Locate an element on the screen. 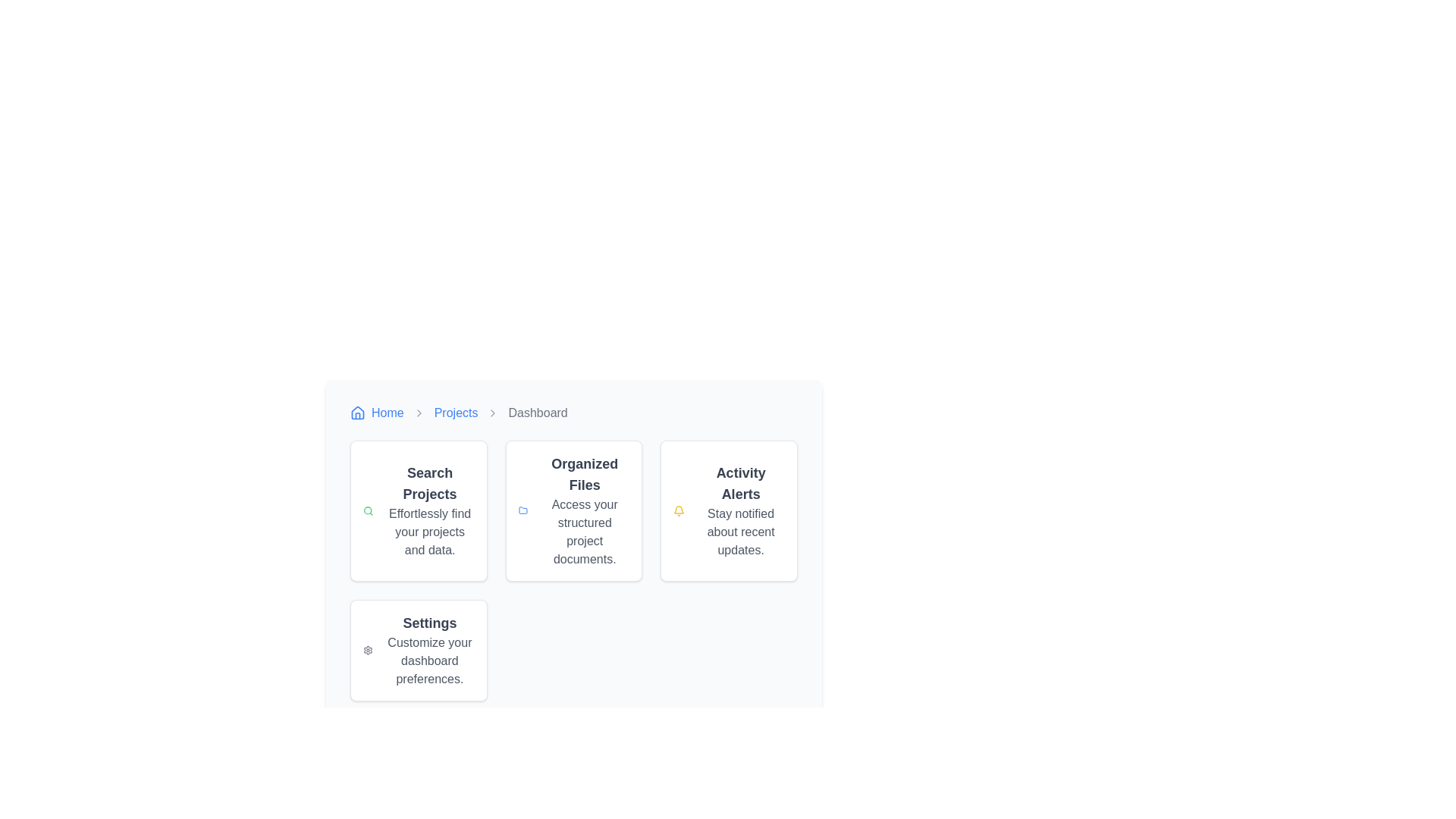  the Text Label in the 'Organized Files' section, located below the title 'Organized Files' in the second column of a grid layout is located at coordinates (584, 532).